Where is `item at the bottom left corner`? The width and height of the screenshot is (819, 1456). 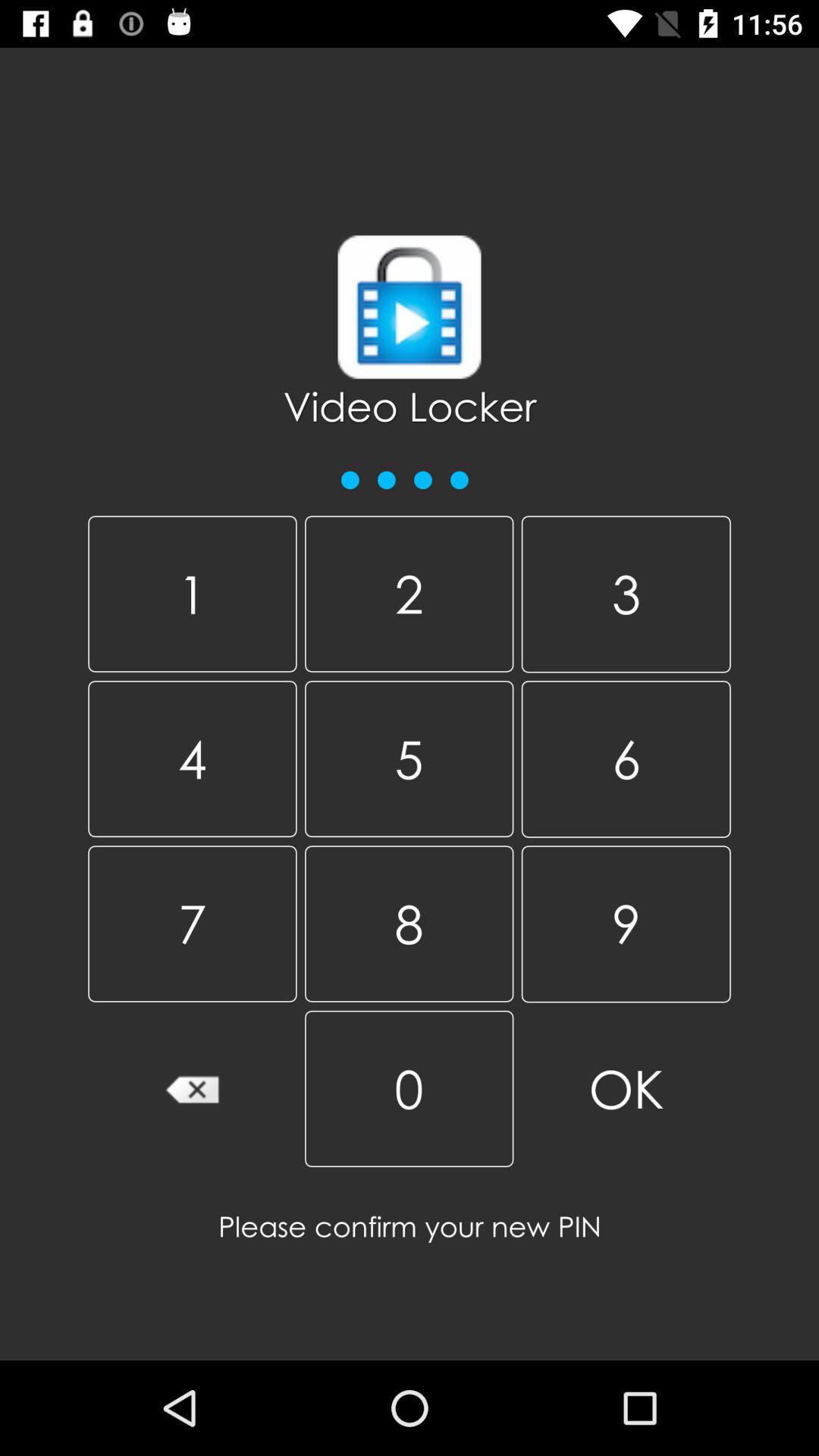 item at the bottom left corner is located at coordinates (191, 1087).